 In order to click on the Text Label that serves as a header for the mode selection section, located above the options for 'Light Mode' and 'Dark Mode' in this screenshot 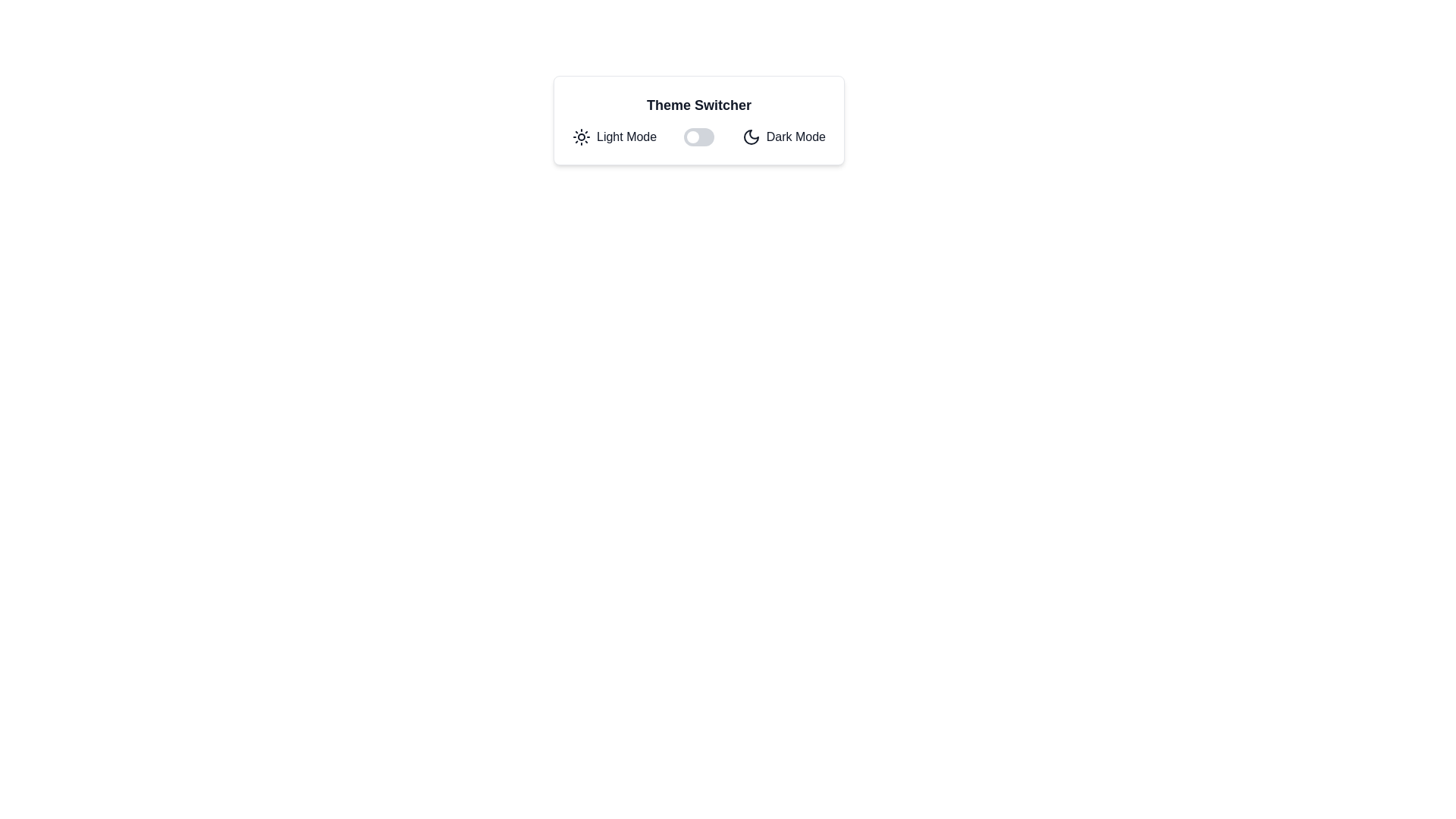, I will do `click(698, 104)`.